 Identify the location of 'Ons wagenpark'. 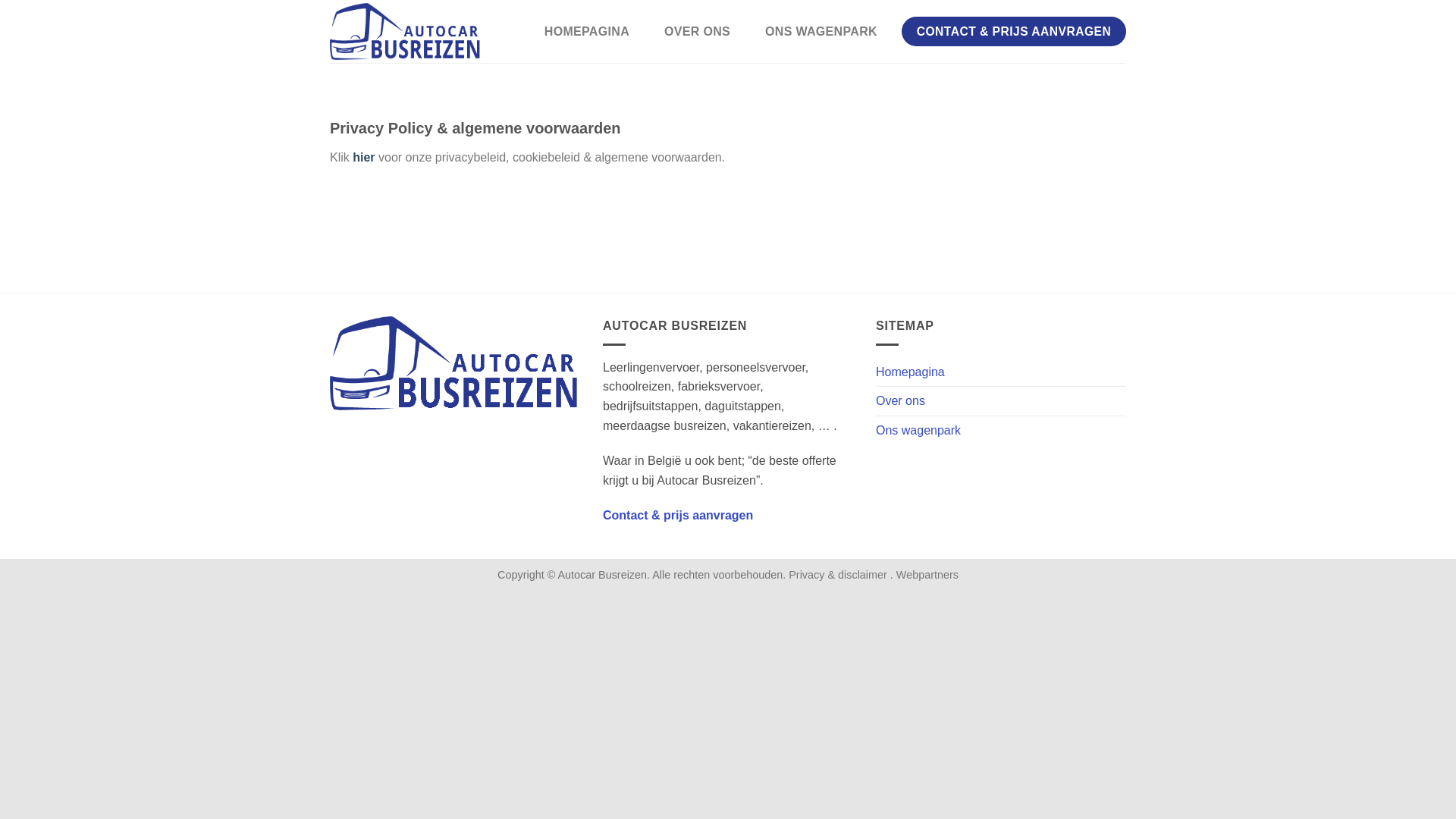
(917, 430).